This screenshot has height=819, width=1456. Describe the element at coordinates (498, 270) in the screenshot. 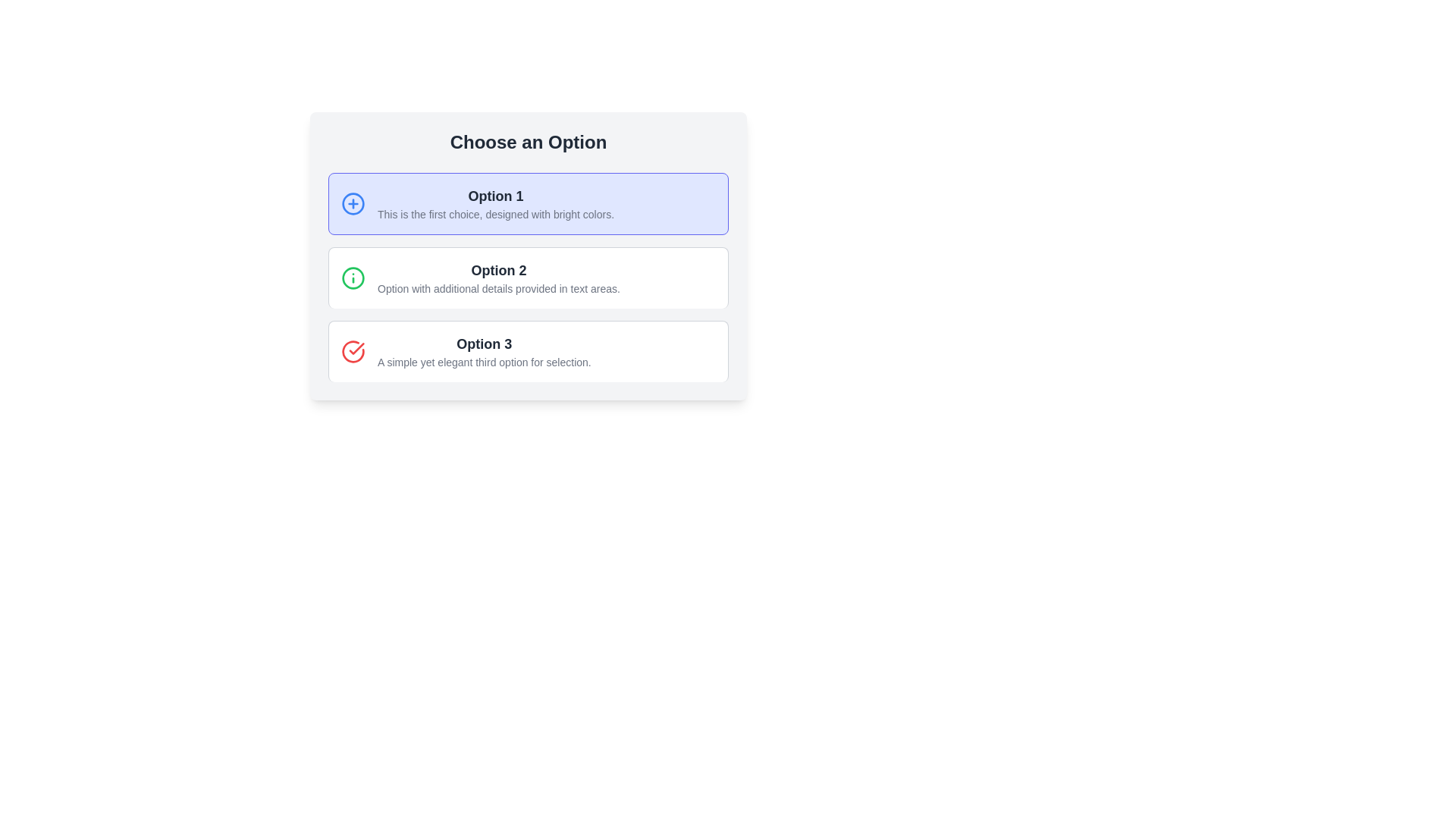

I see `the text element displaying 'Option 2', which is styled in bold and larger size, located in the UI panel below 'Option 1'` at that location.